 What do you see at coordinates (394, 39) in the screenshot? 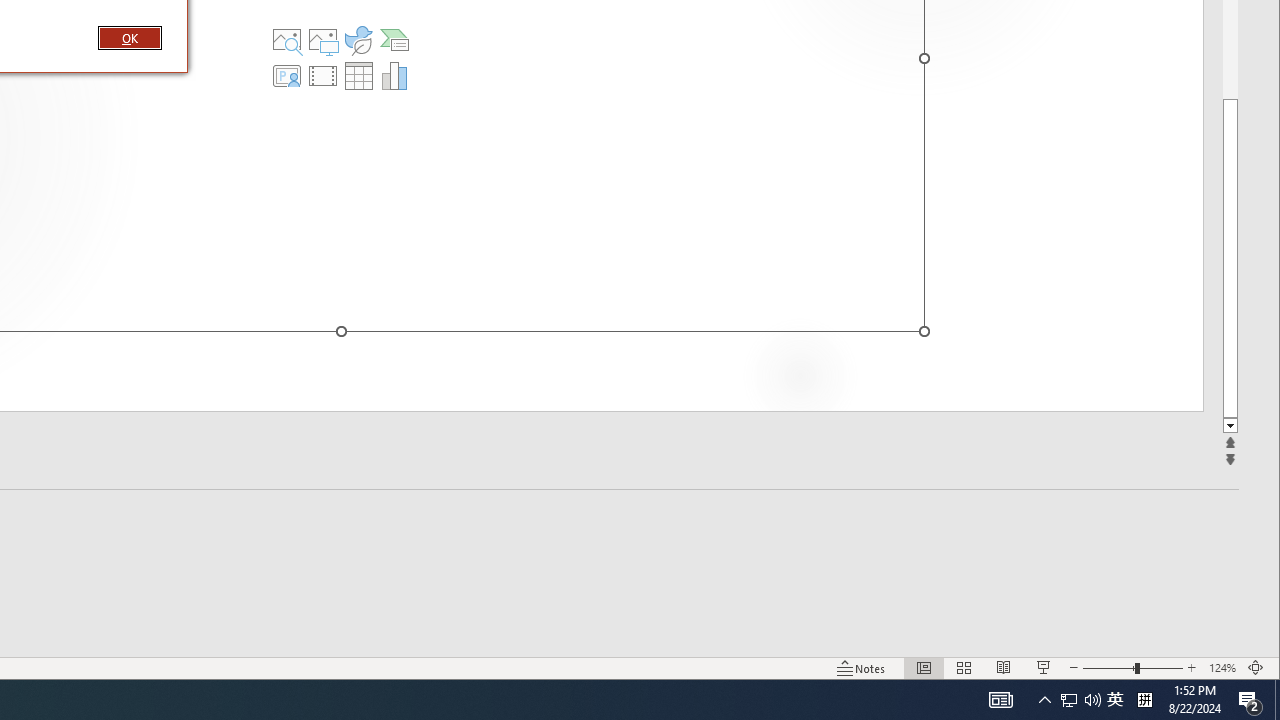
I see `'Insert a SmartArt Graphic'` at bounding box center [394, 39].